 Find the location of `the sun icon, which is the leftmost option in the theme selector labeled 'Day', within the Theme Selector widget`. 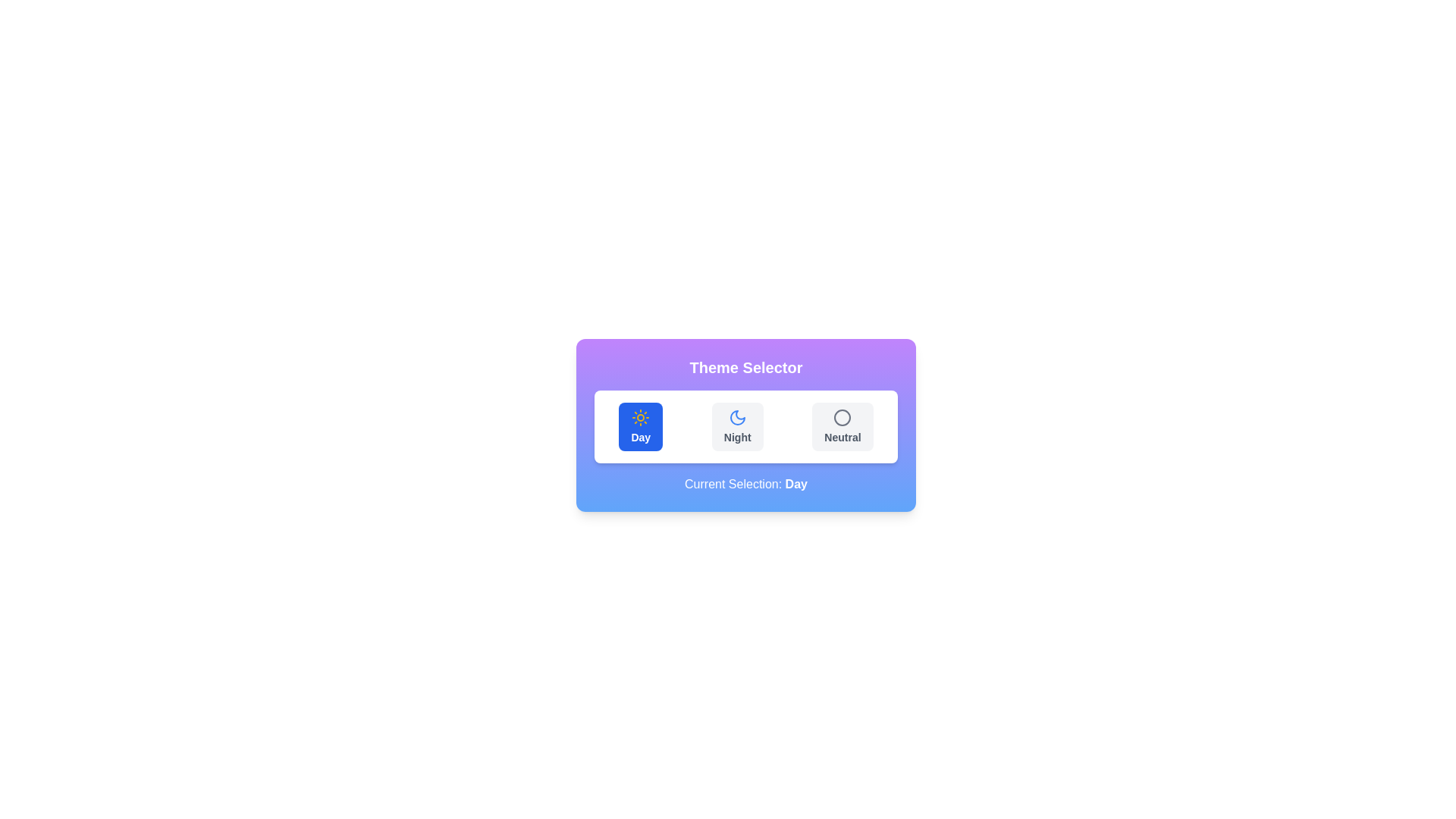

the sun icon, which is the leftmost option in the theme selector labeled 'Day', within the Theme Selector widget is located at coordinates (641, 418).